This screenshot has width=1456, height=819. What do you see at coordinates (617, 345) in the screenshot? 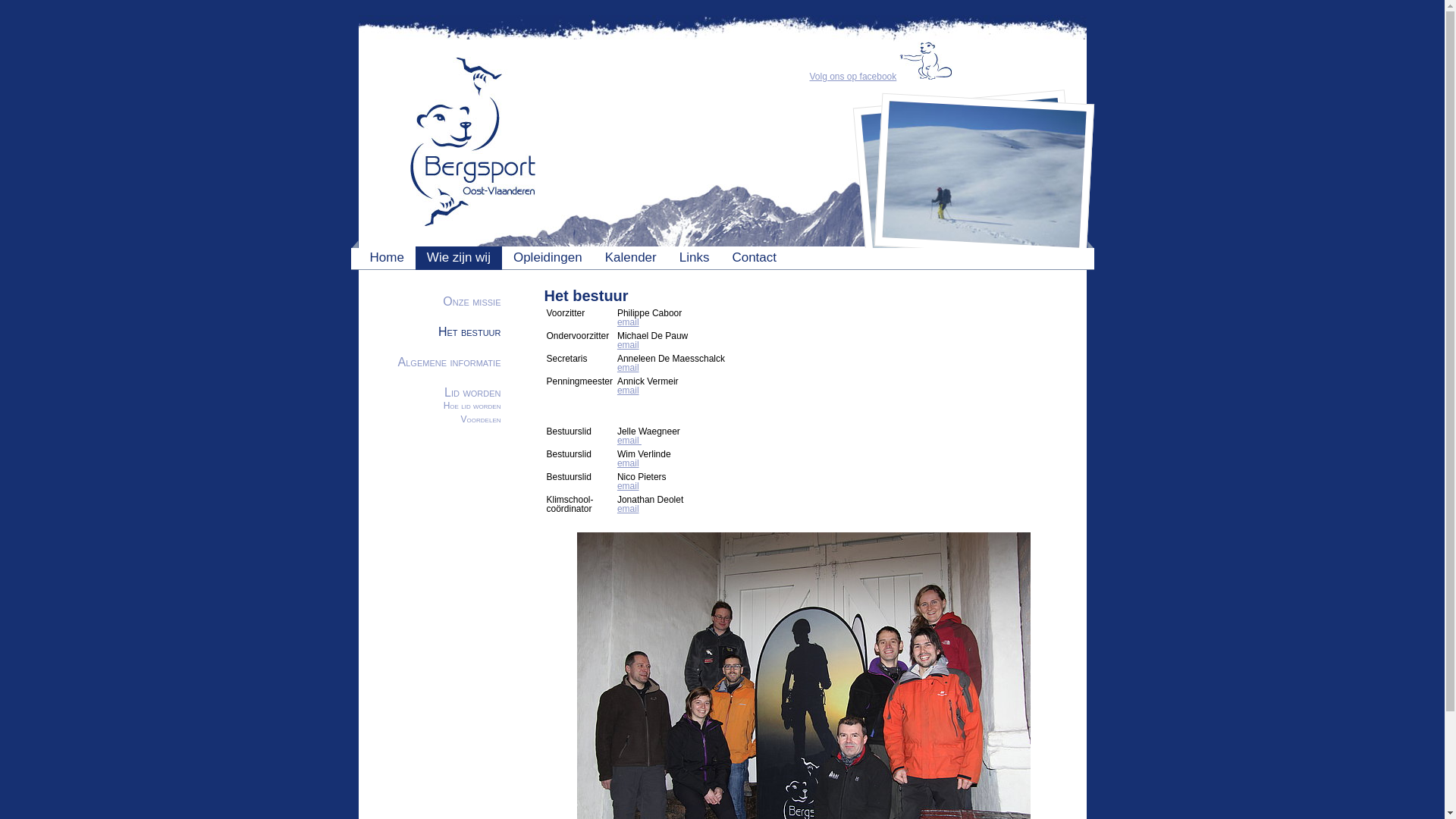
I see `'email'` at bounding box center [617, 345].